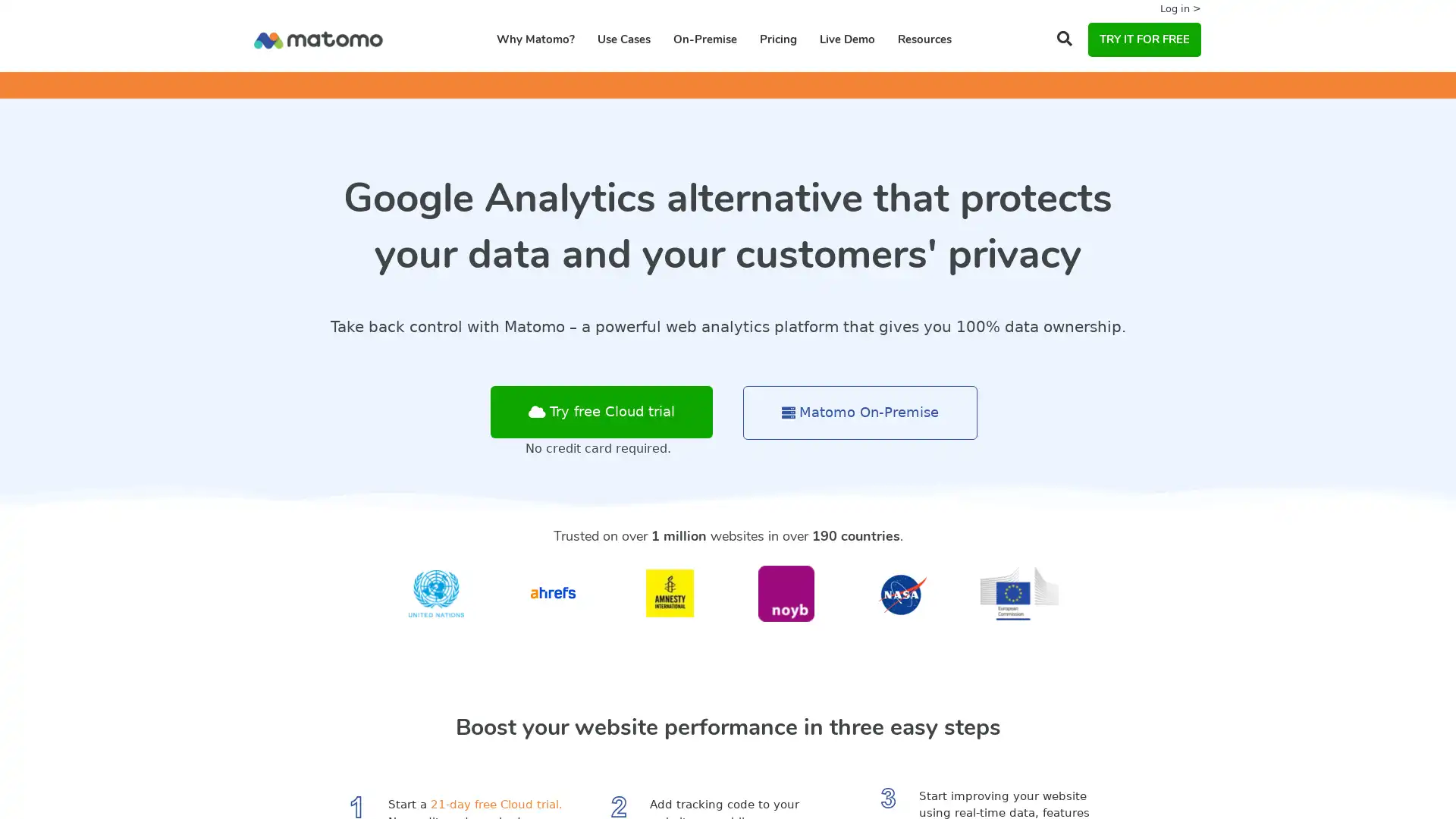  I want to click on Matomo On-Premise, so click(860, 413).